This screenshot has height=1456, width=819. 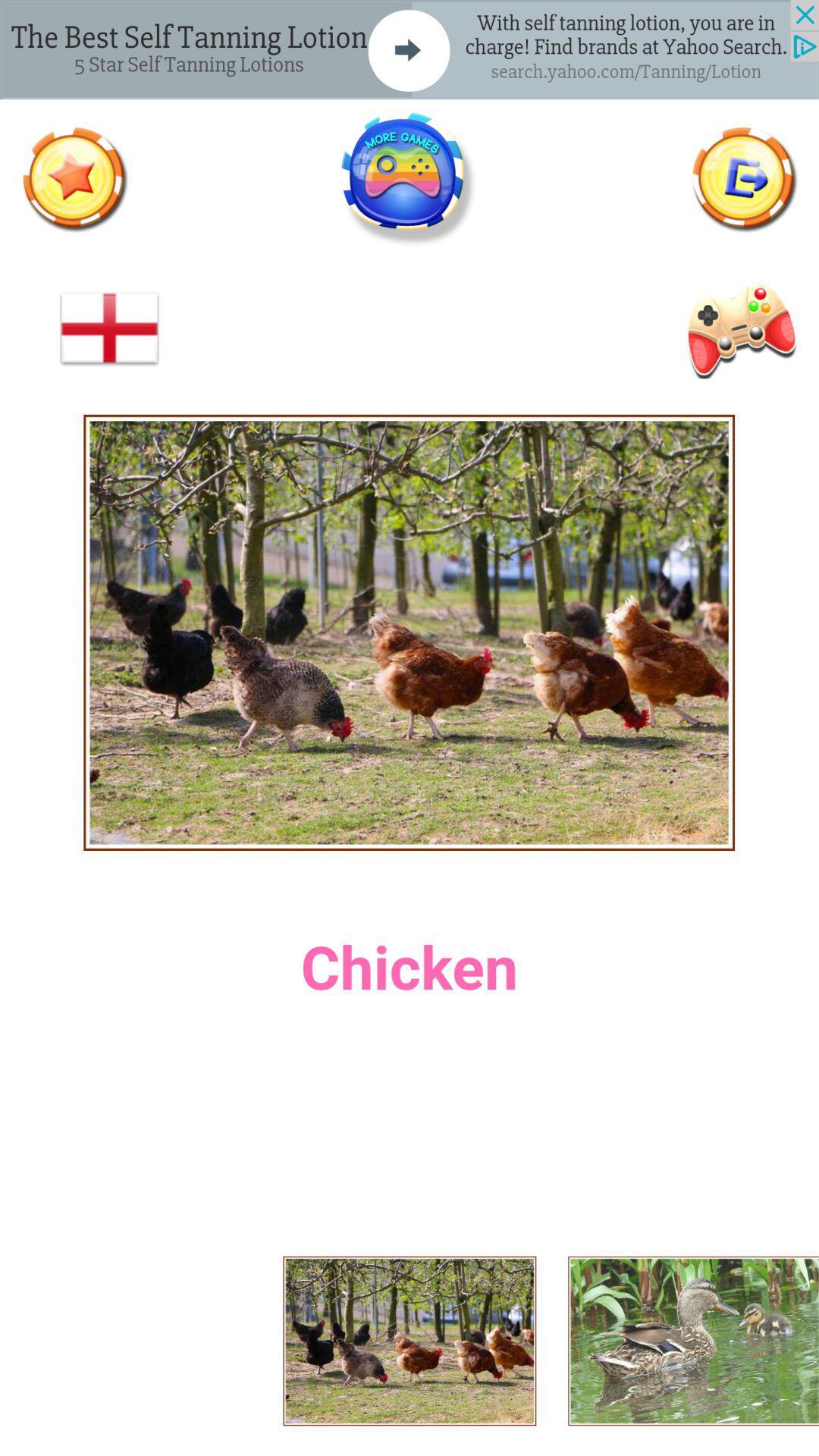 What do you see at coordinates (739, 328) in the screenshot?
I see `video game` at bounding box center [739, 328].